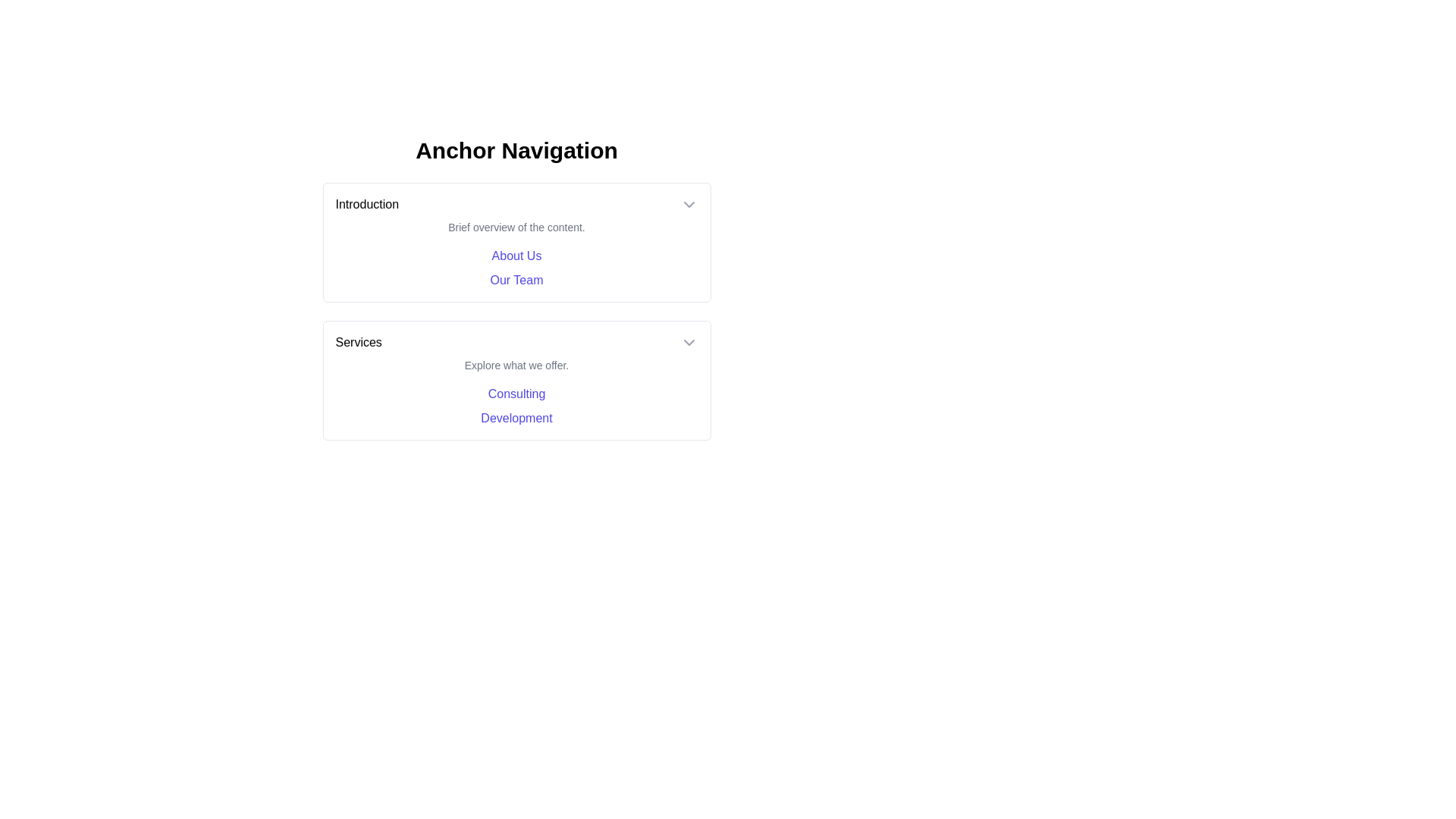 The height and width of the screenshot is (819, 1456). Describe the element at coordinates (516, 379) in the screenshot. I see `the 'Consulting' and 'Development' links in the 'Services' collapsible section to trigger tooltips or styling effects` at that location.